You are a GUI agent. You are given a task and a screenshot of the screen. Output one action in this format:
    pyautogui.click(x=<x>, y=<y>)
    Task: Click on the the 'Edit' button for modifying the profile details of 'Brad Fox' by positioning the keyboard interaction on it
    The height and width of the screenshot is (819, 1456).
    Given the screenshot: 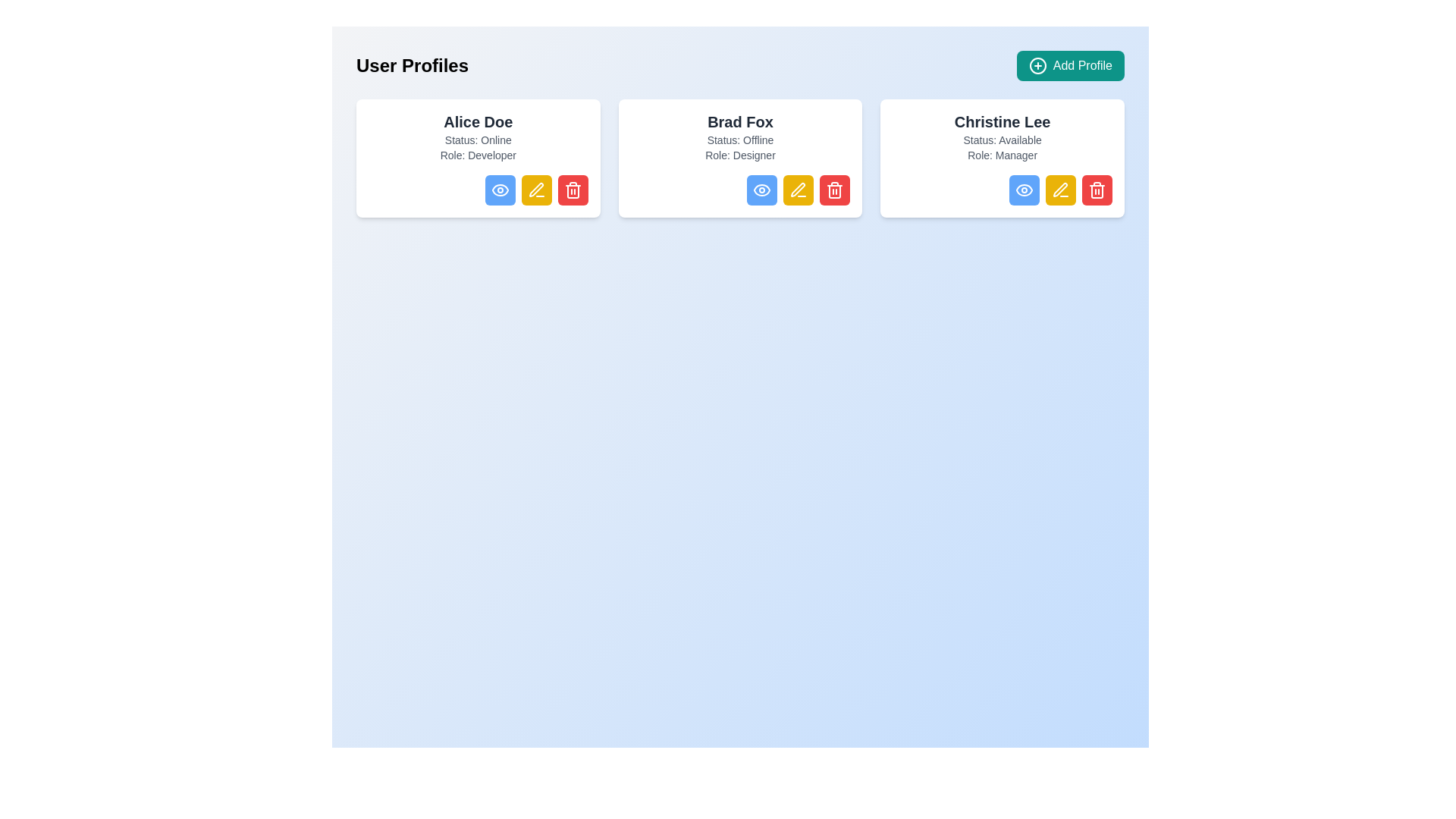 What is the action you would take?
    pyautogui.click(x=798, y=189)
    